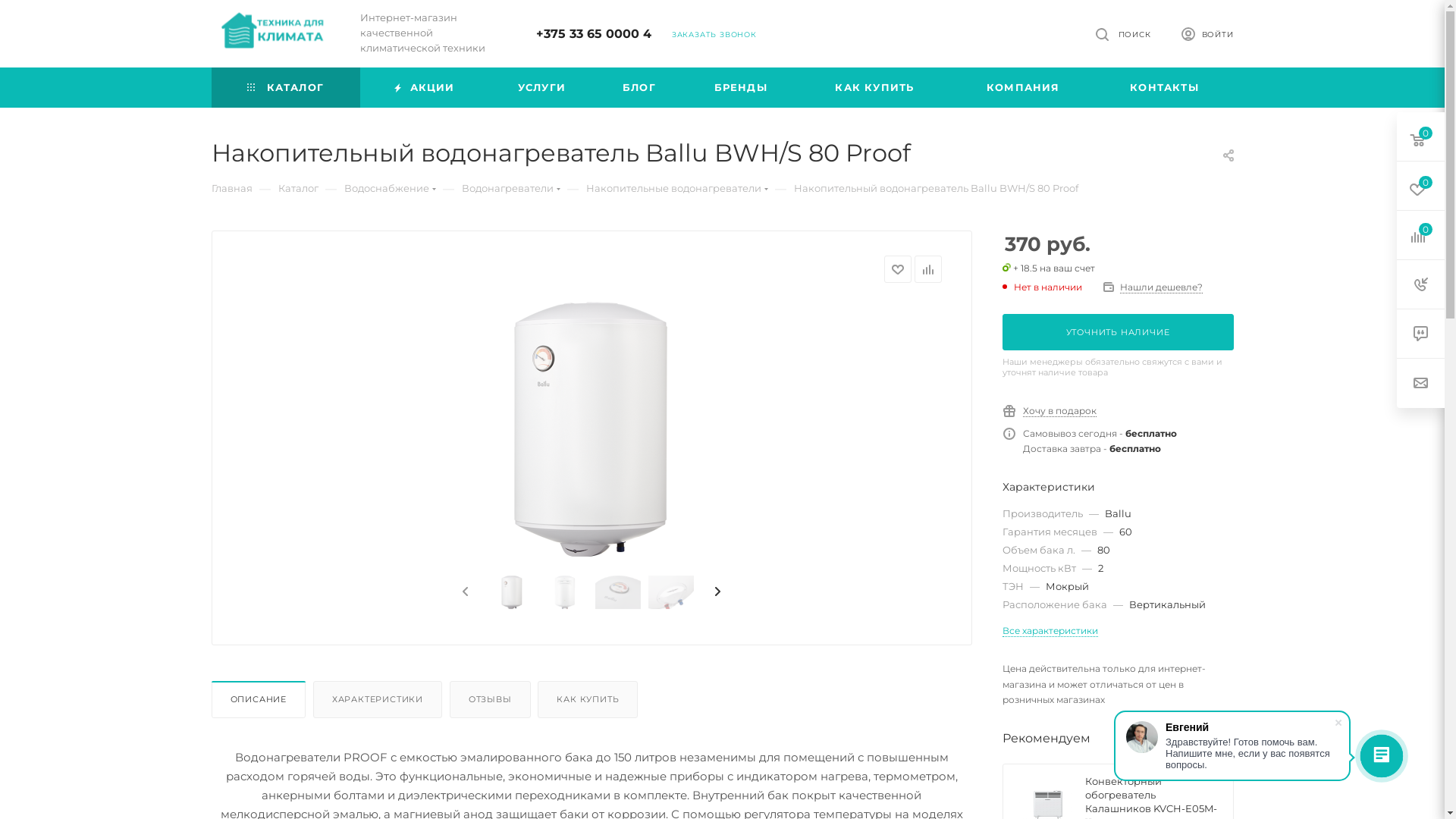  What do you see at coordinates (592, 33) in the screenshot?
I see `'+375 33 65 0000 4'` at bounding box center [592, 33].